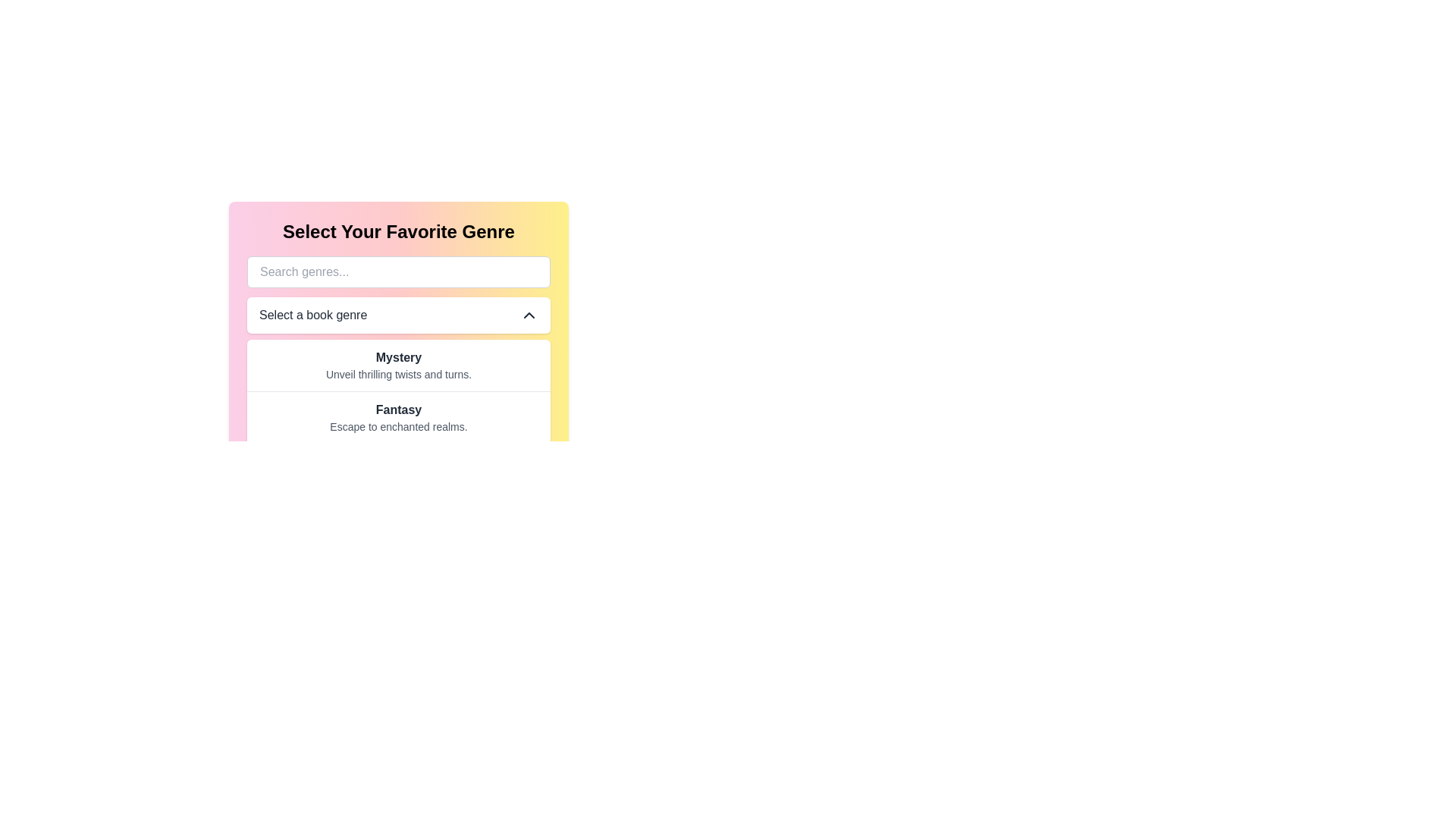  I want to click on and interpret the static text providing supporting information about the 'Mystery' genre, located directly below the 'Mystery' heading, so click(399, 374).